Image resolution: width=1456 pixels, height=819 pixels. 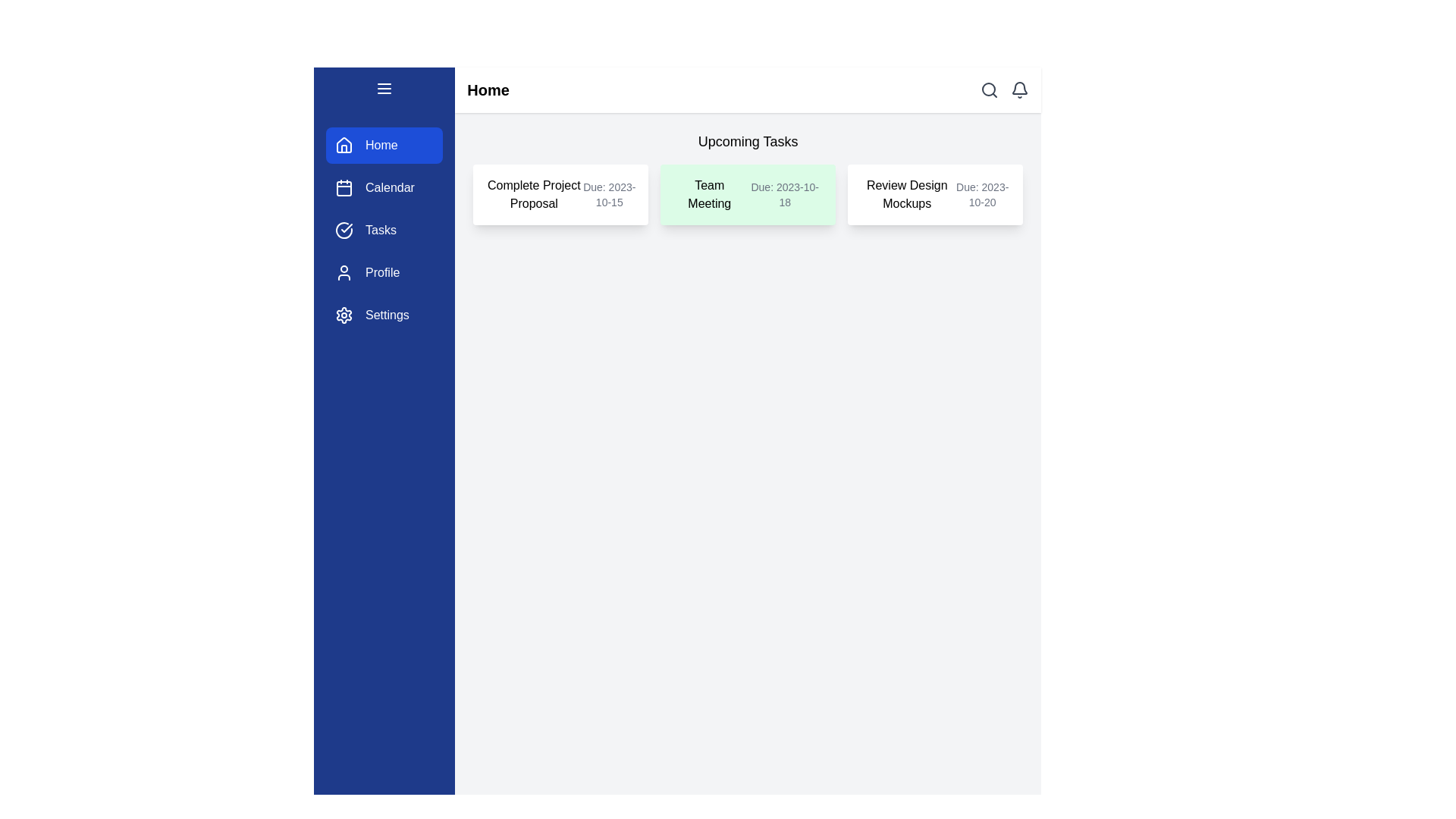 What do you see at coordinates (344, 146) in the screenshot?
I see `the 'Home' SVG graphic icon located within the blue-highlighted 'Home' button on the vertical navigation menu` at bounding box center [344, 146].